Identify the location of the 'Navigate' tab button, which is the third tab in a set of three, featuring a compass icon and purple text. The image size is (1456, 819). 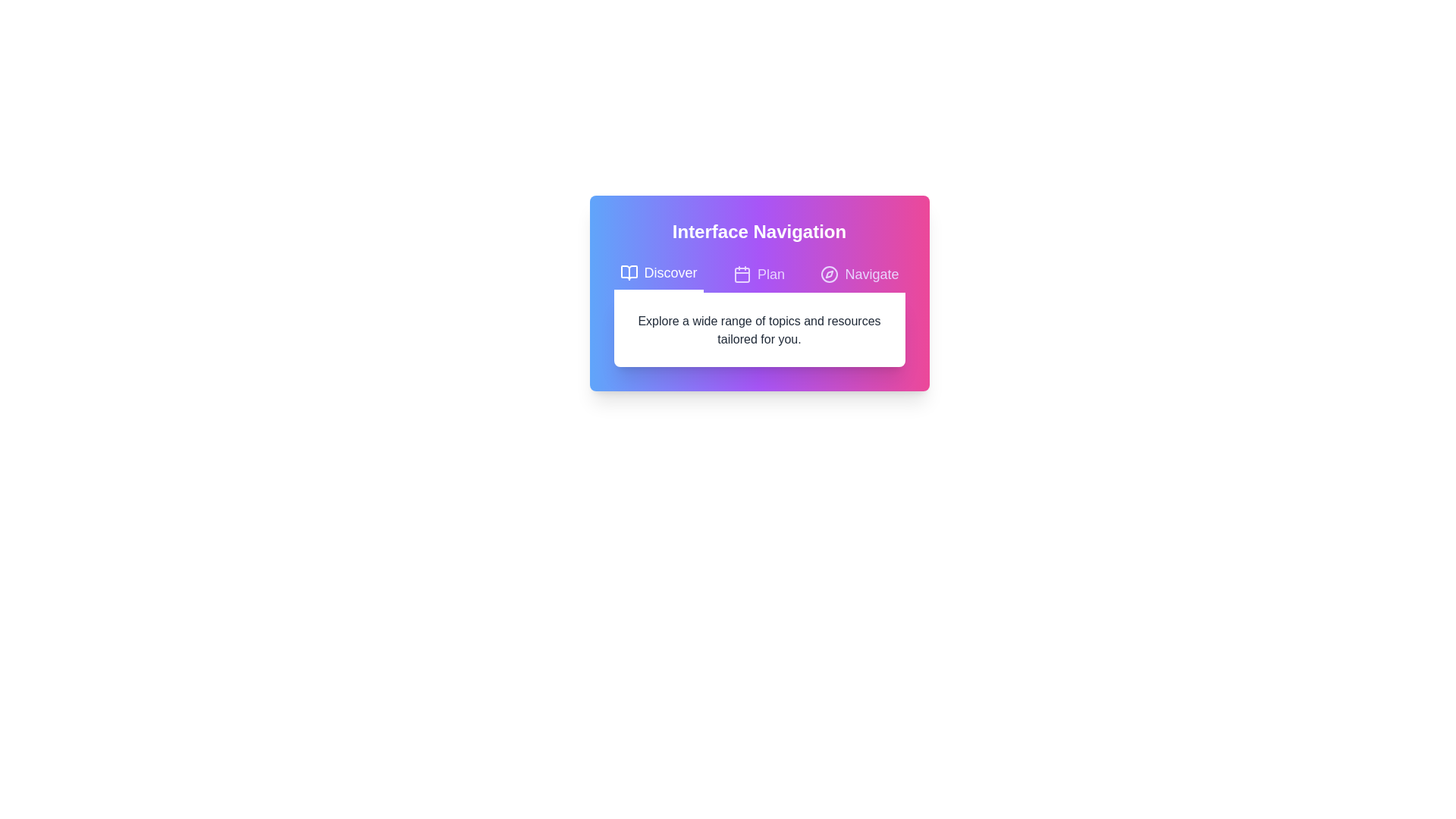
(859, 275).